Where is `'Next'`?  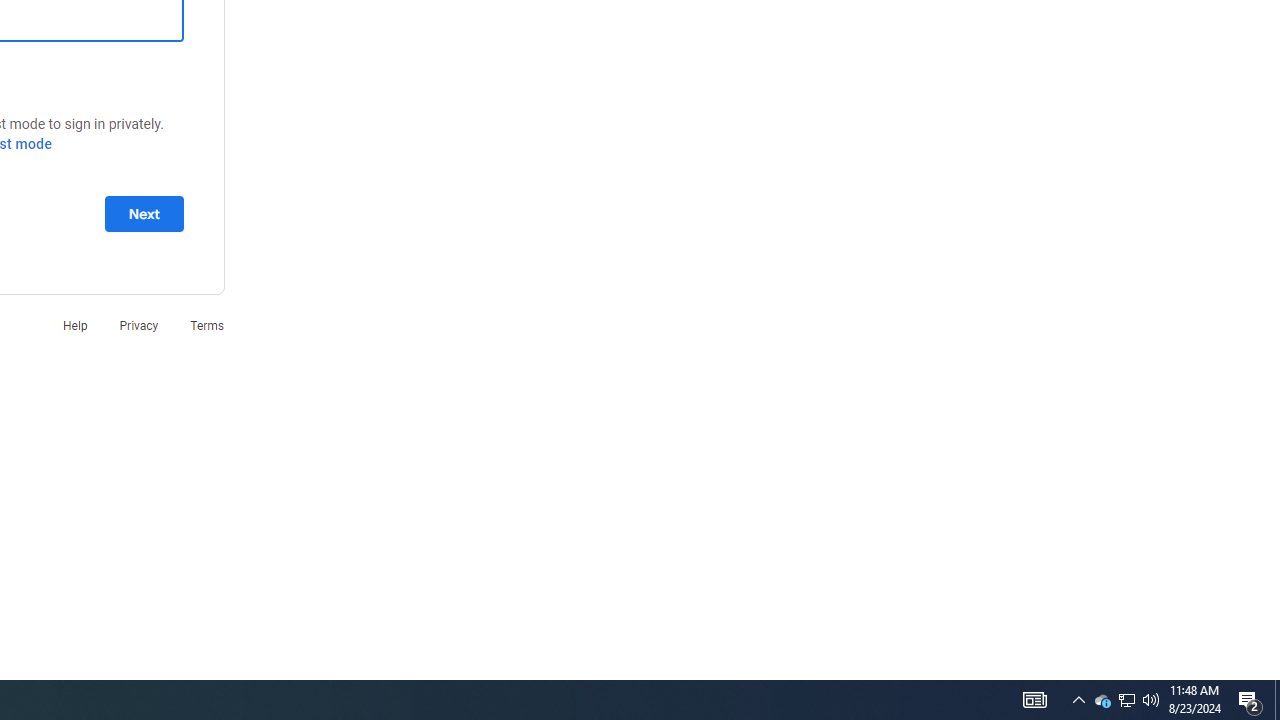
'Next' is located at coordinates (143, 213).